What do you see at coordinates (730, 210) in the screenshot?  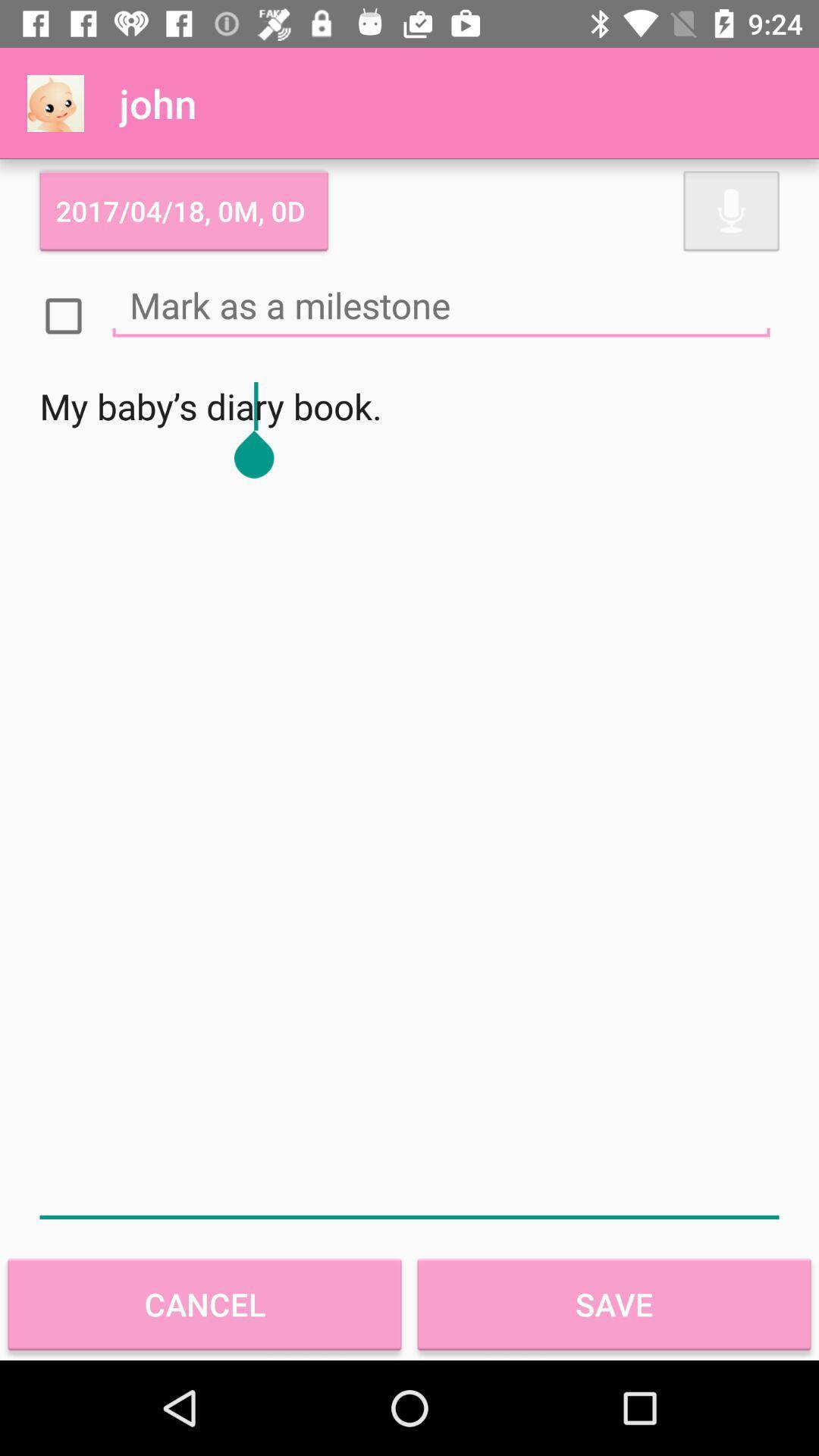 I see `use microphone` at bounding box center [730, 210].